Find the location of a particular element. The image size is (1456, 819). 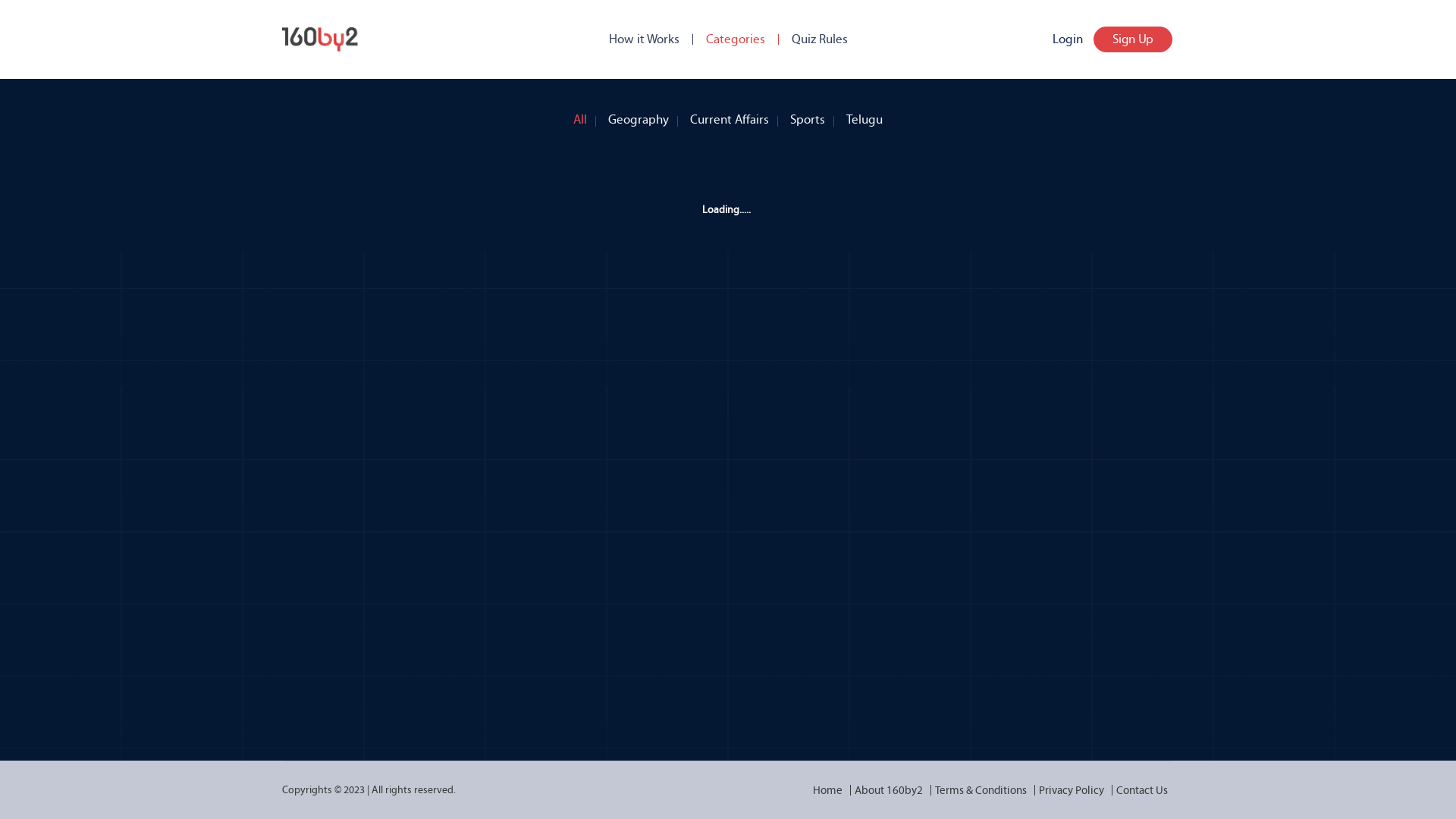

'Current Affairs' is located at coordinates (729, 115).